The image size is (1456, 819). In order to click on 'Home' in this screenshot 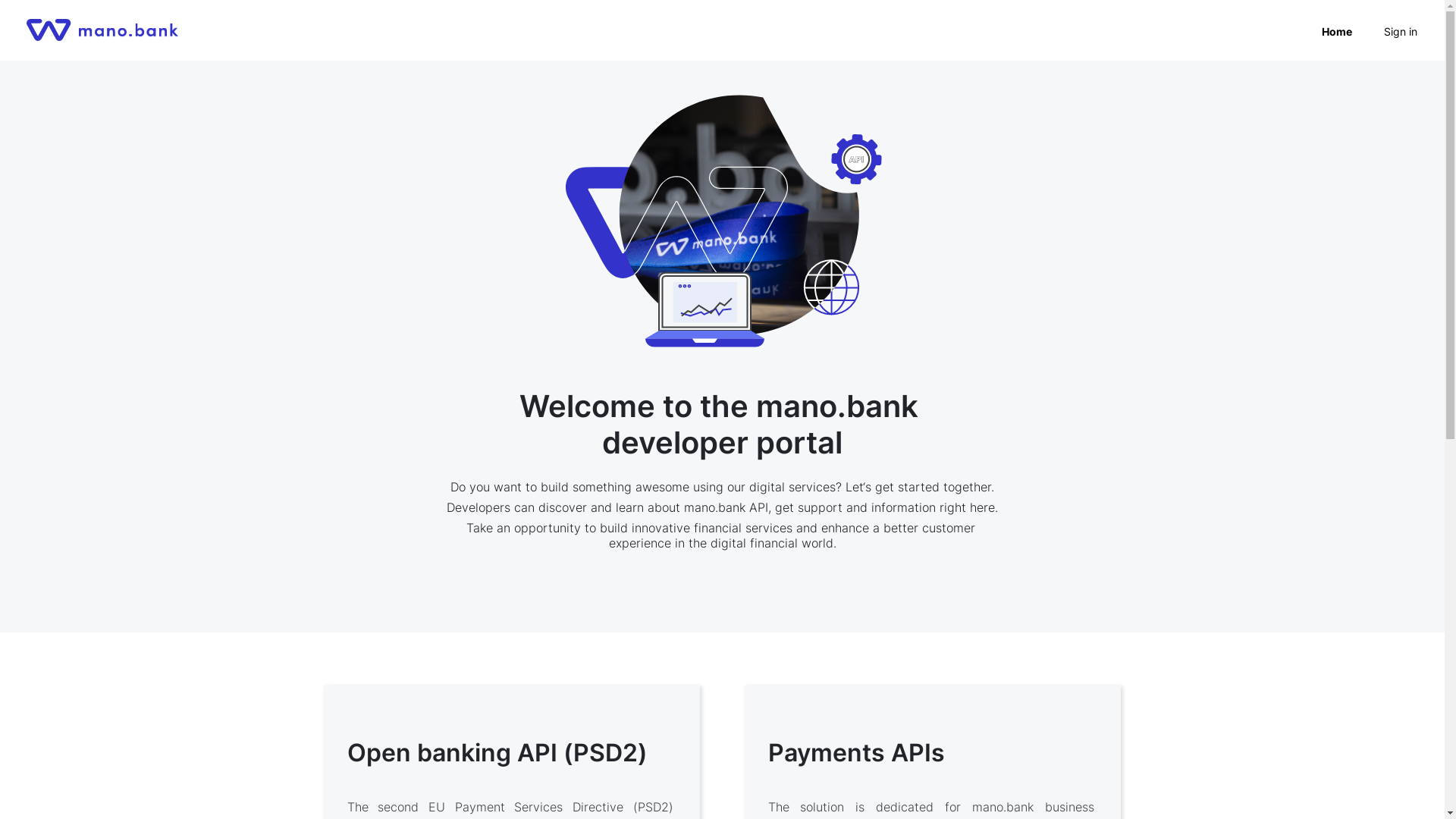, I will do `click(1336, 31)`.